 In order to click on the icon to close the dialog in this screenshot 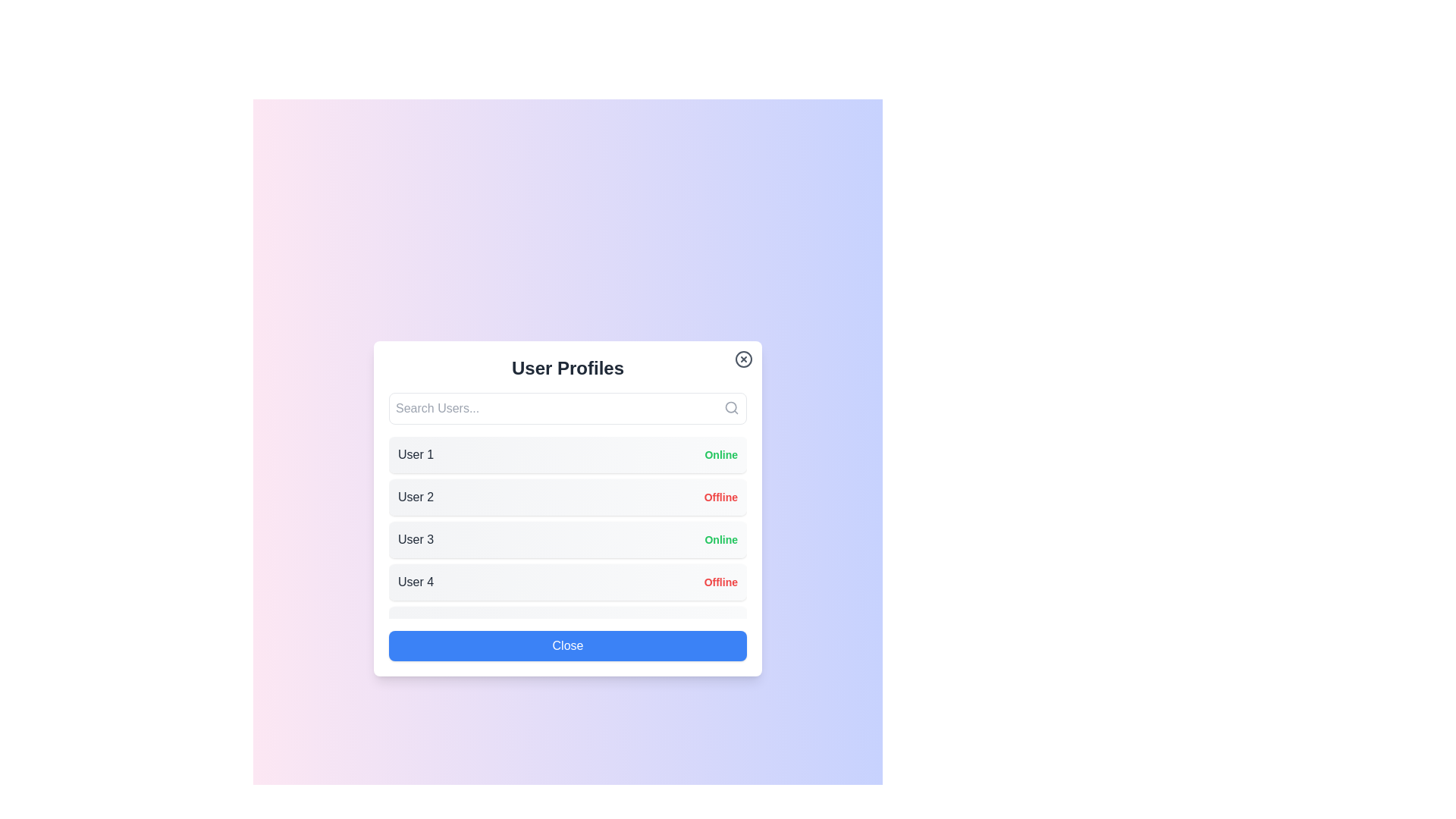, I will do `click(743, 359)`.